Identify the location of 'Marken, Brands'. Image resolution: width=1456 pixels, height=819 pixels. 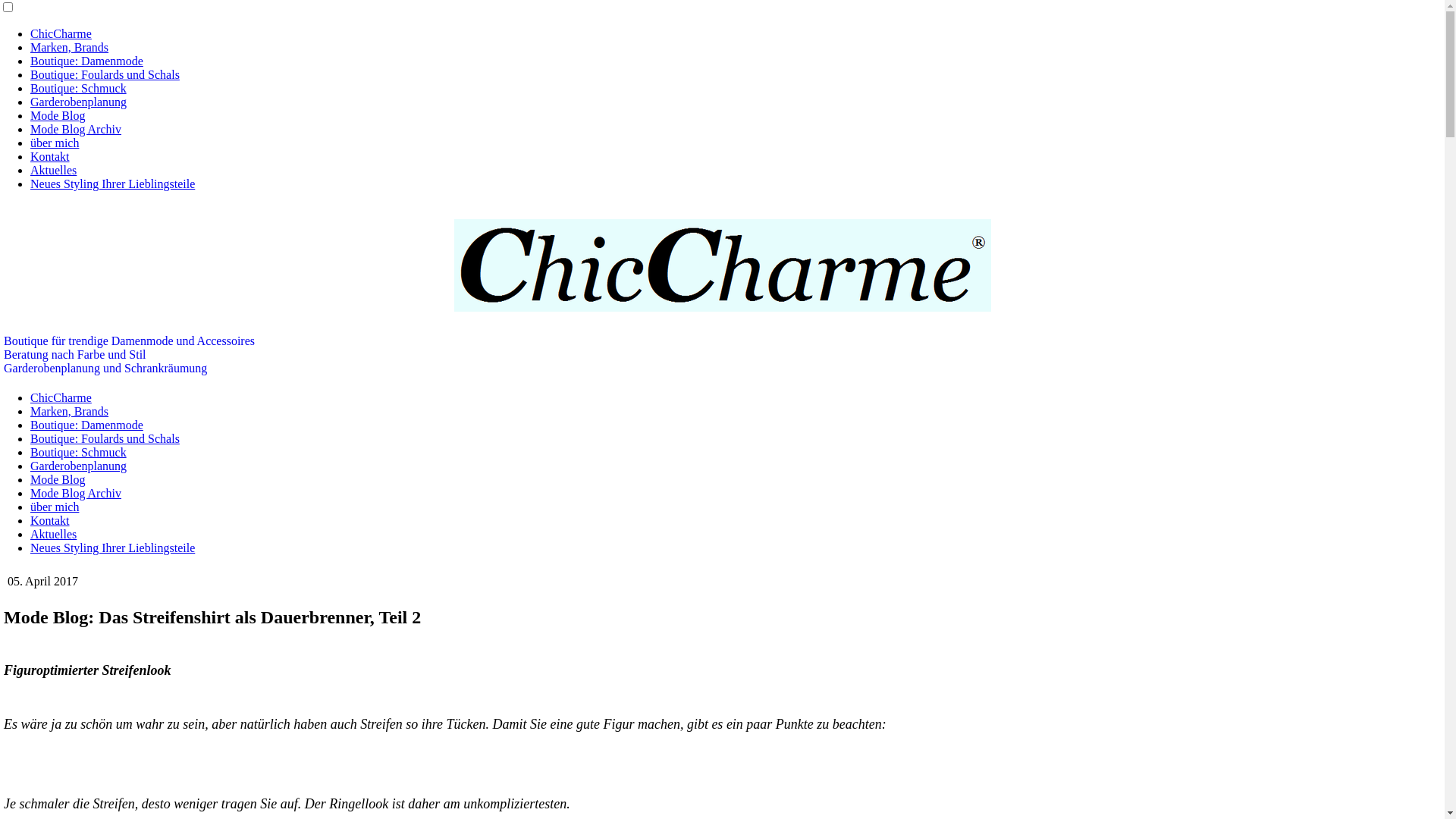
(68, 46).